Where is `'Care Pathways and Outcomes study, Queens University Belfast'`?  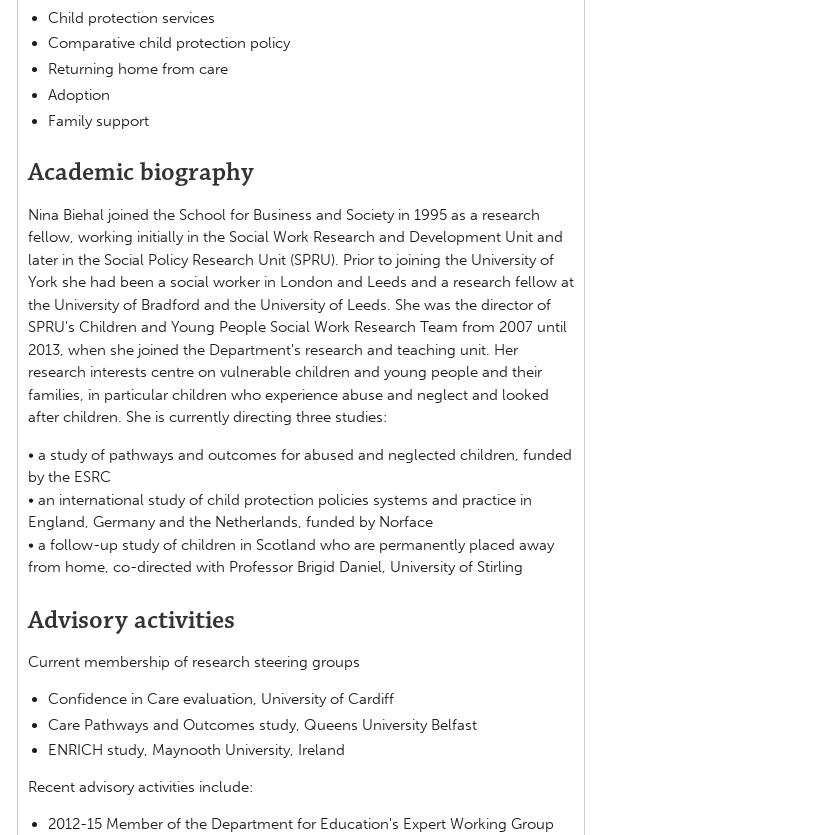 'Care Pathways and Outcomes study, Queens University Belfast' is located at coordinates (261, 724).